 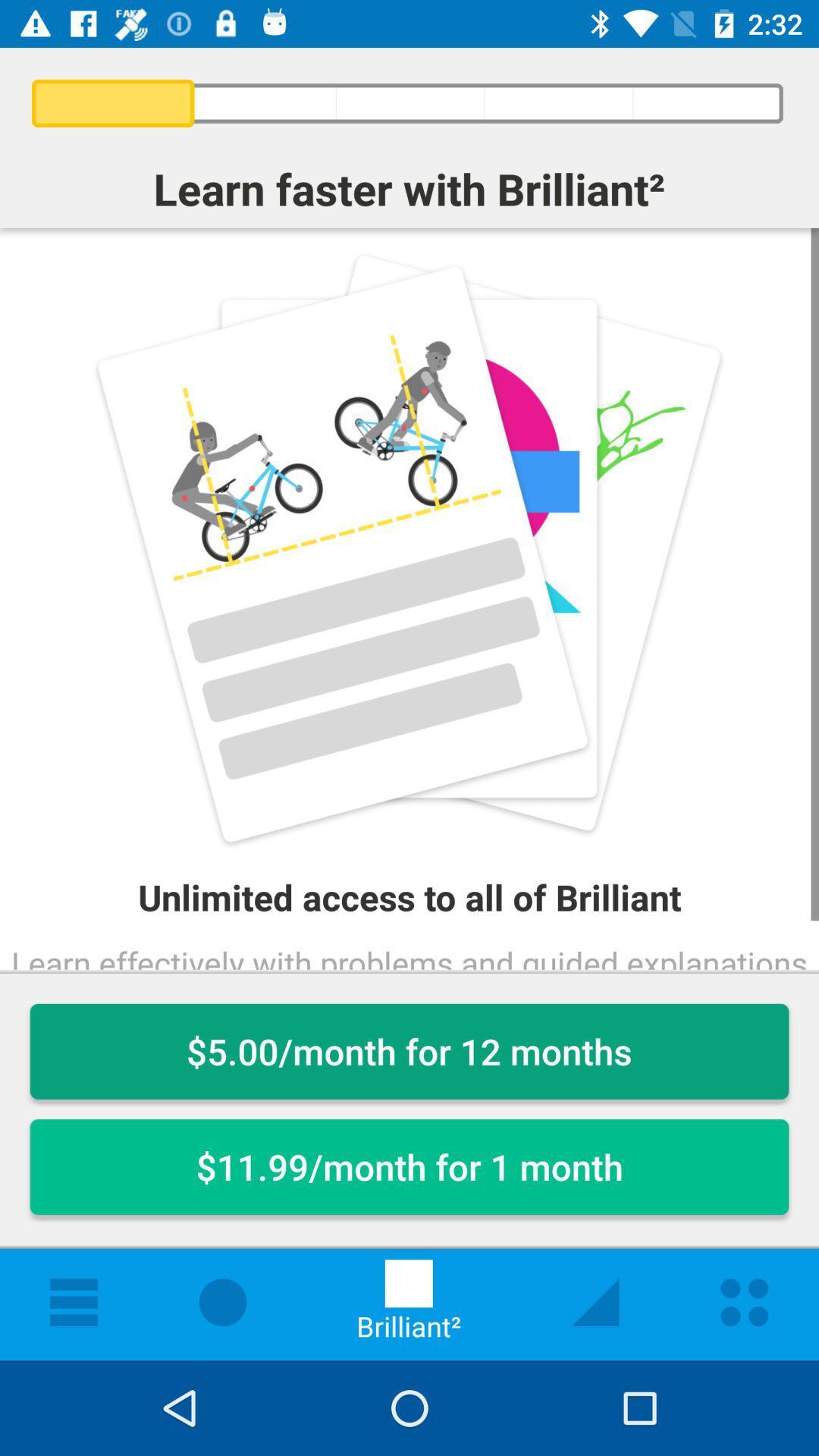 I want to click on the first icon from the right, so click(x=743, y=1301).